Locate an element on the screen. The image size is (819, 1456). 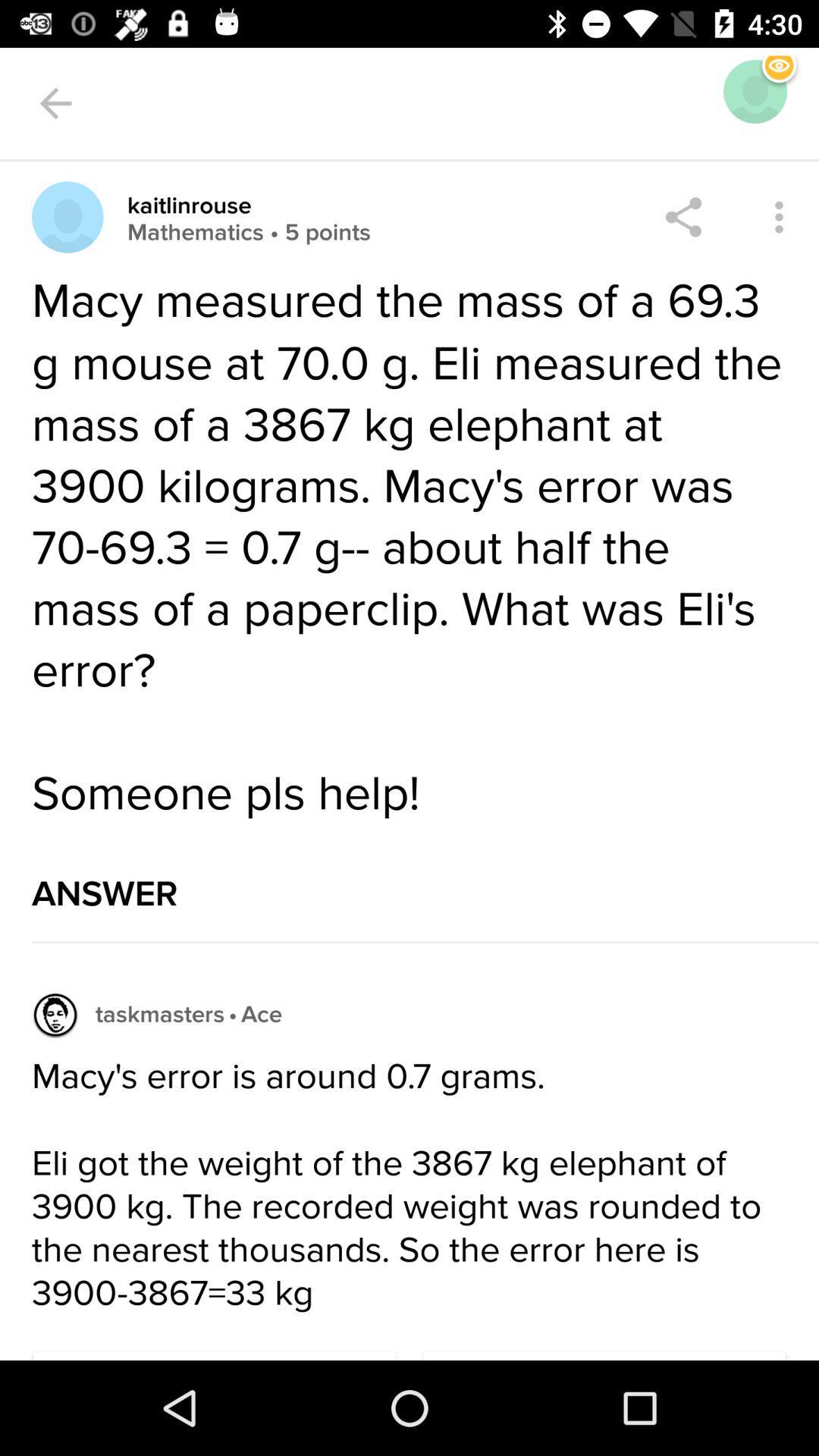
the share icon is located at coordinates (683, 216).